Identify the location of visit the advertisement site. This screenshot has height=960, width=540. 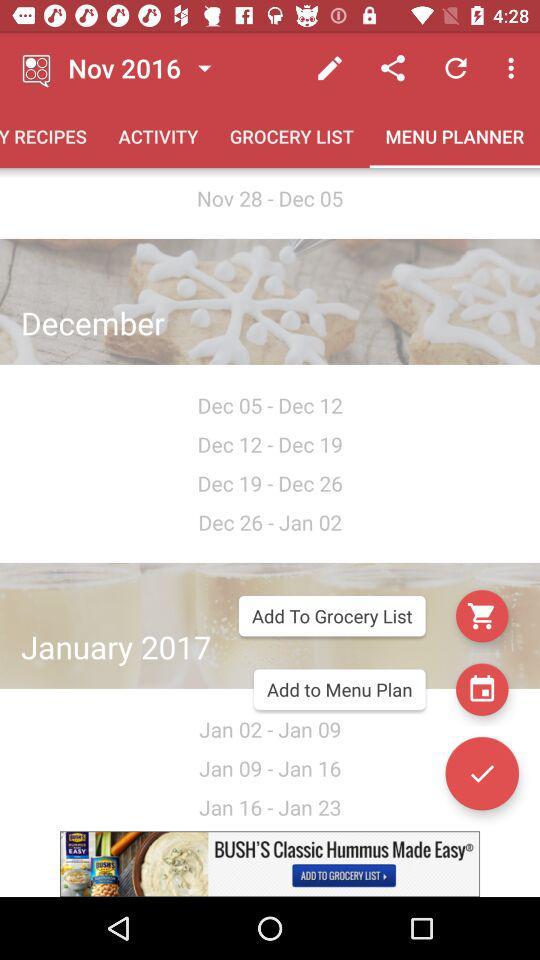
(270, 863).